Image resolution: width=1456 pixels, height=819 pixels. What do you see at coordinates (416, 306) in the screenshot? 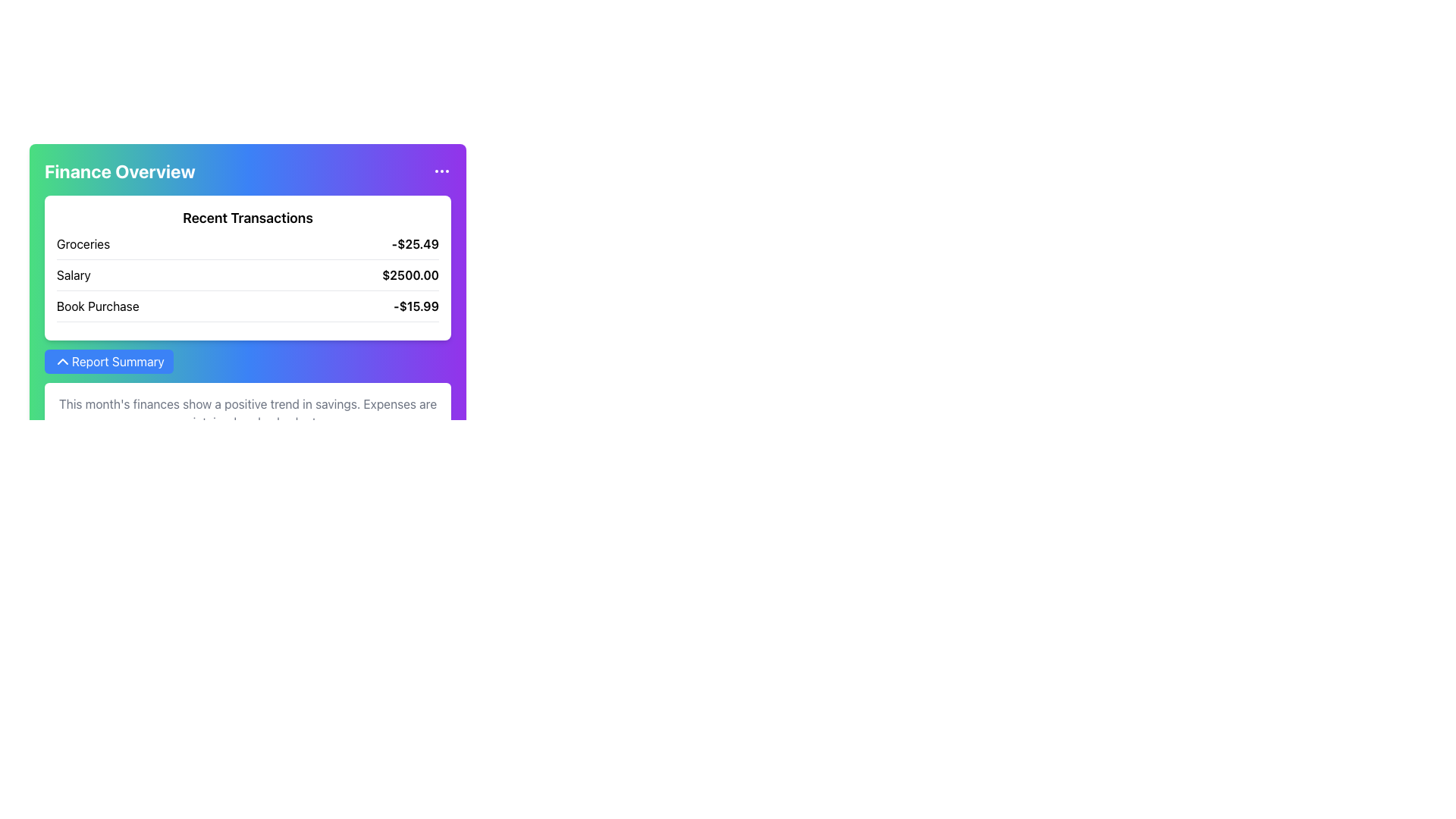
I see `the text label displaying the monetary value for the 'Book Purchase' transaction located in the 'Recent Transactions' section of the 'Finance Overview' card` at bounding box center [416, 306].